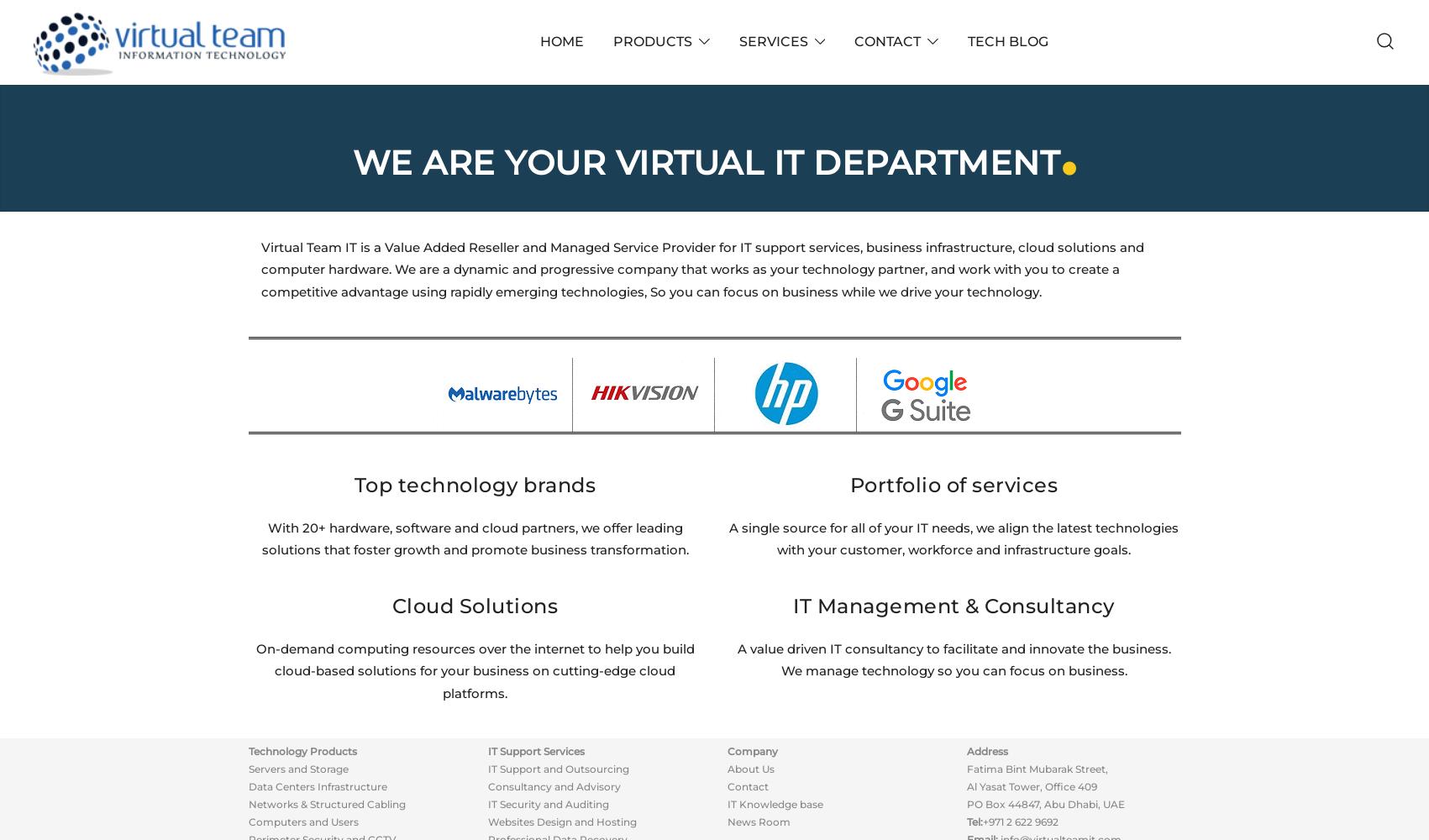 This screenshot has height=840, width=1429. What do you see at coordinates (557, 769) in the screenshot?
I see `'IT Support and Outsourcing'` at bounding box center [557, 769].